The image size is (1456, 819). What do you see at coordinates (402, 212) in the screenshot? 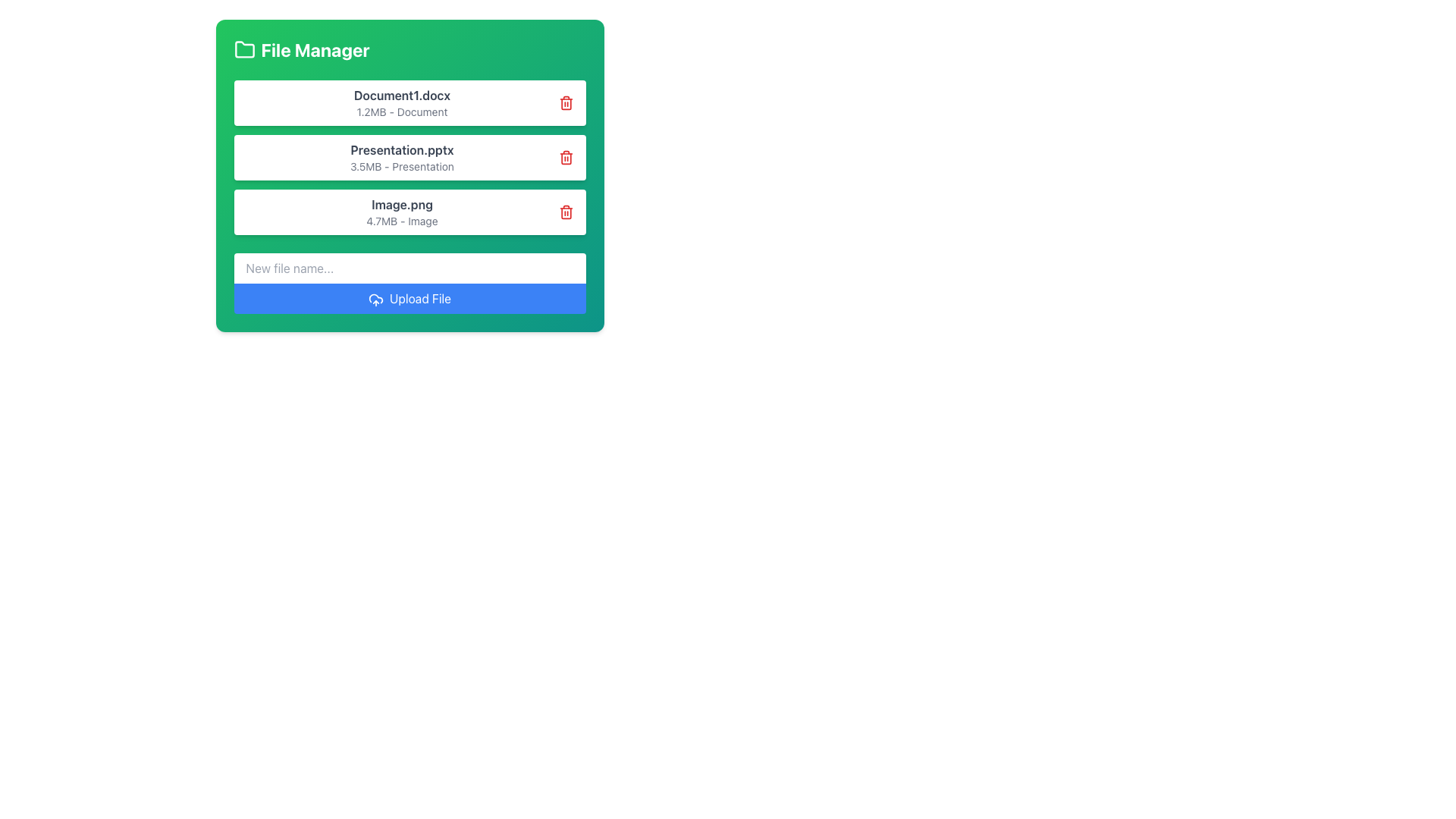
I see `the Text Label displaying 'Image.png' in bold and '4.7MB - Image' in lighter text, located in the middle of the window under the 'File Manager' heading` at bounding box center [402, 212].